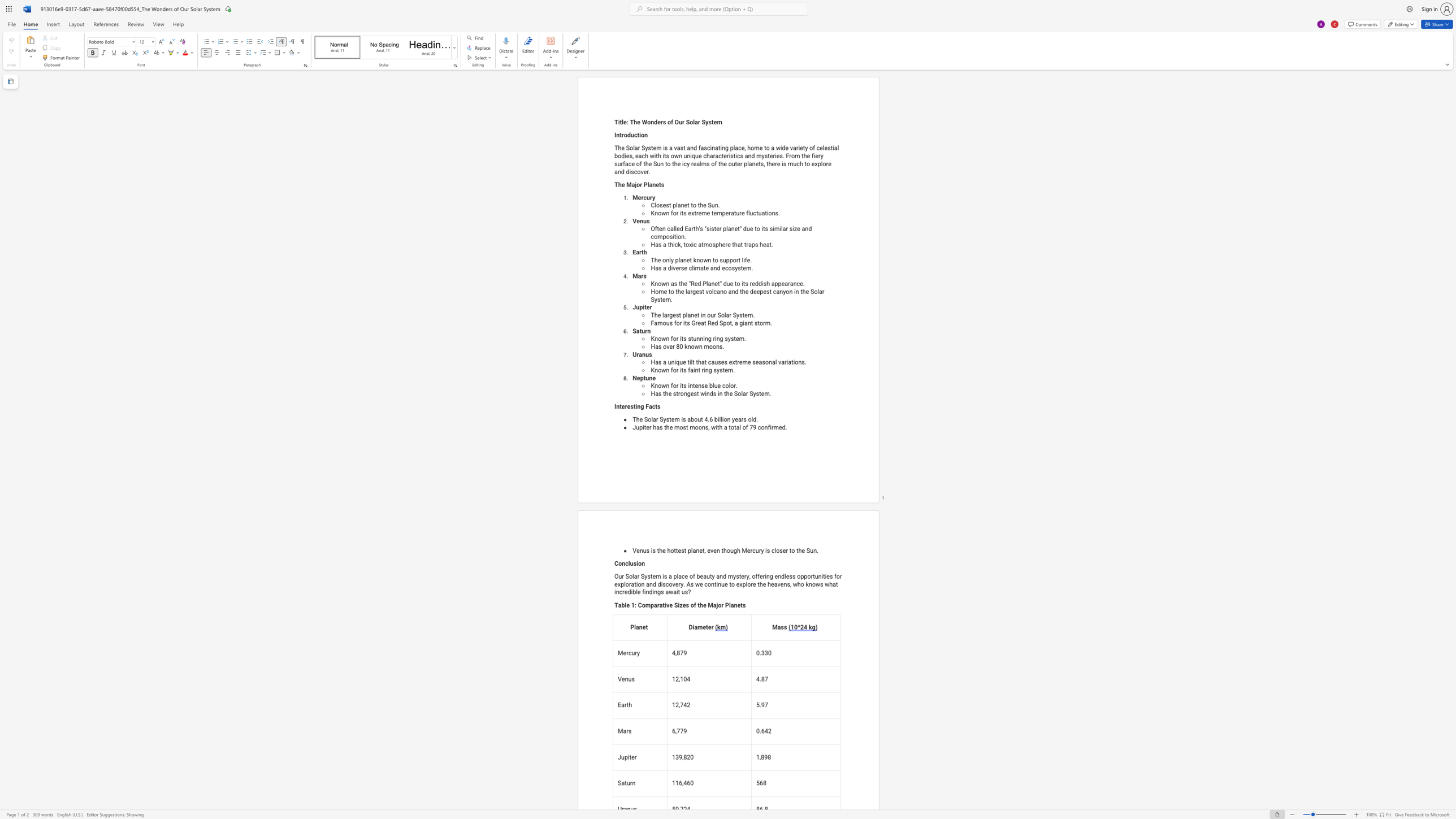  I want to click on the space between the continuous character "o" and "s" in the text, so click(658, 205).